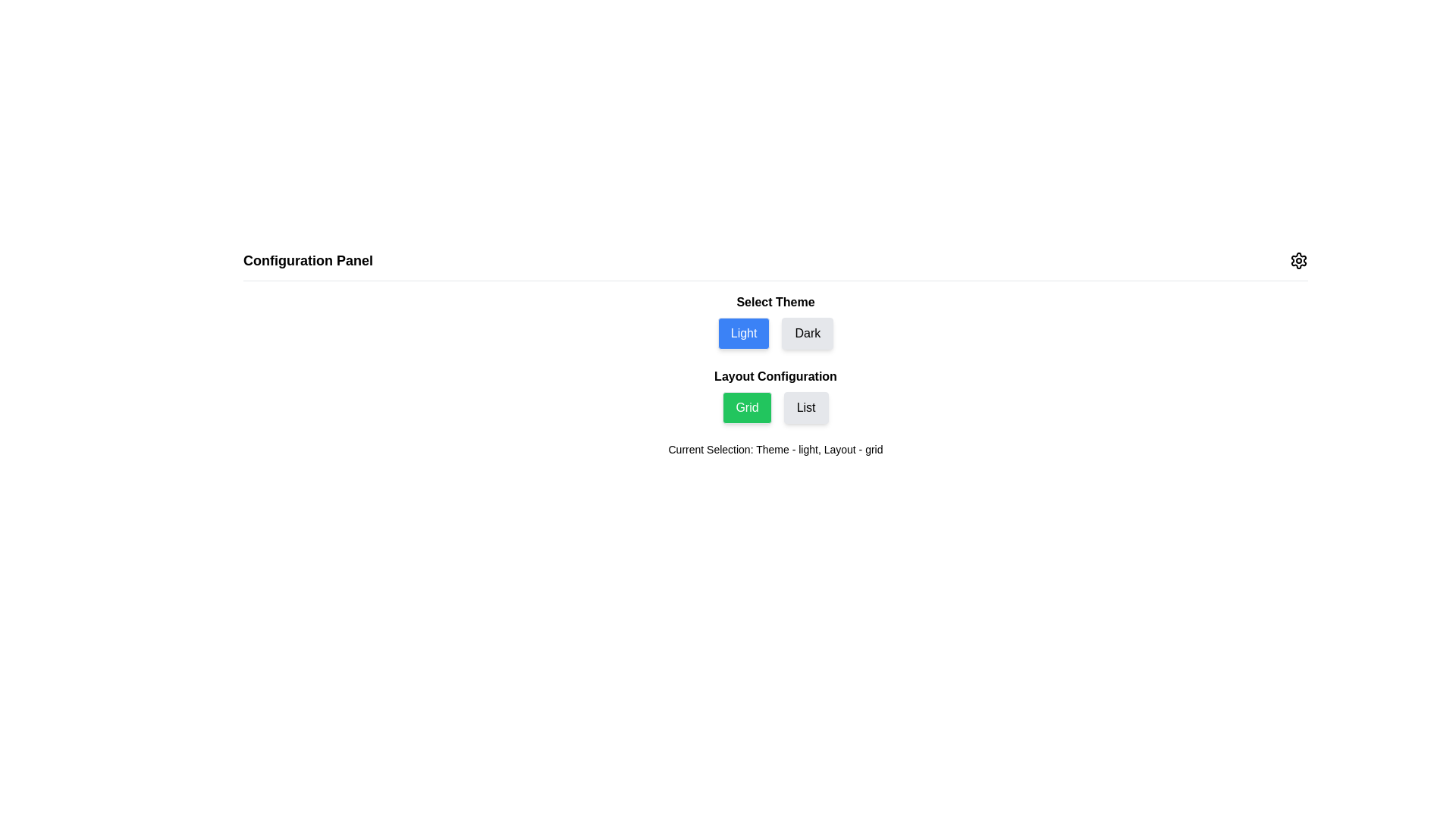 This screenshot has height=819, width=1456. What do you see at coordinates (775, 376) in the screenshot?
I see `the label that indicates the purpose of the following section, located between the 'Select Theme' section and the 'Grid' and 'List' buttons` at bounding box center [775, 376].